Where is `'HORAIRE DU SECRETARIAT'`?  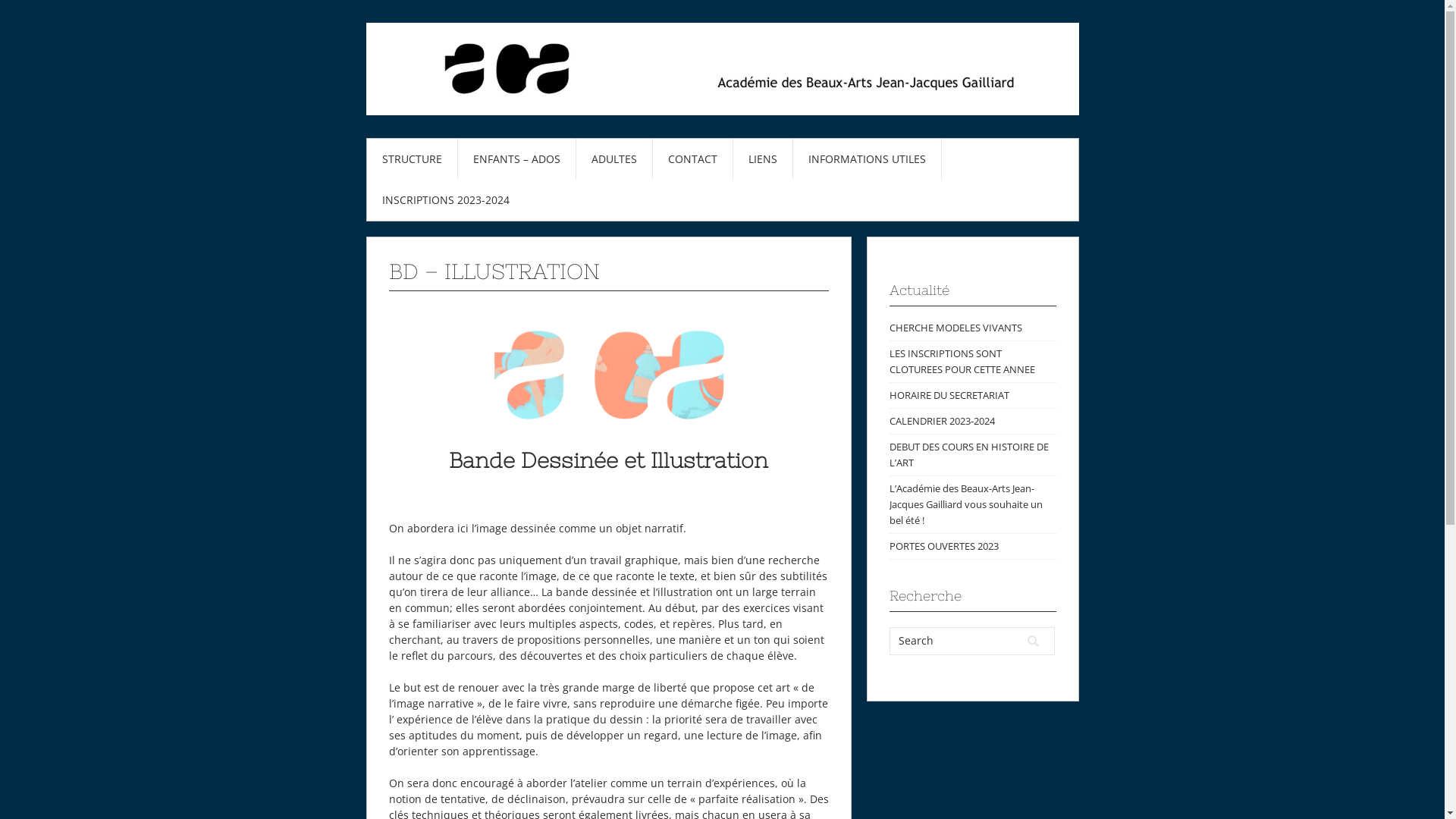
'HORAIRE DU SECRETARIAT' is located at coordinates (948, 394).